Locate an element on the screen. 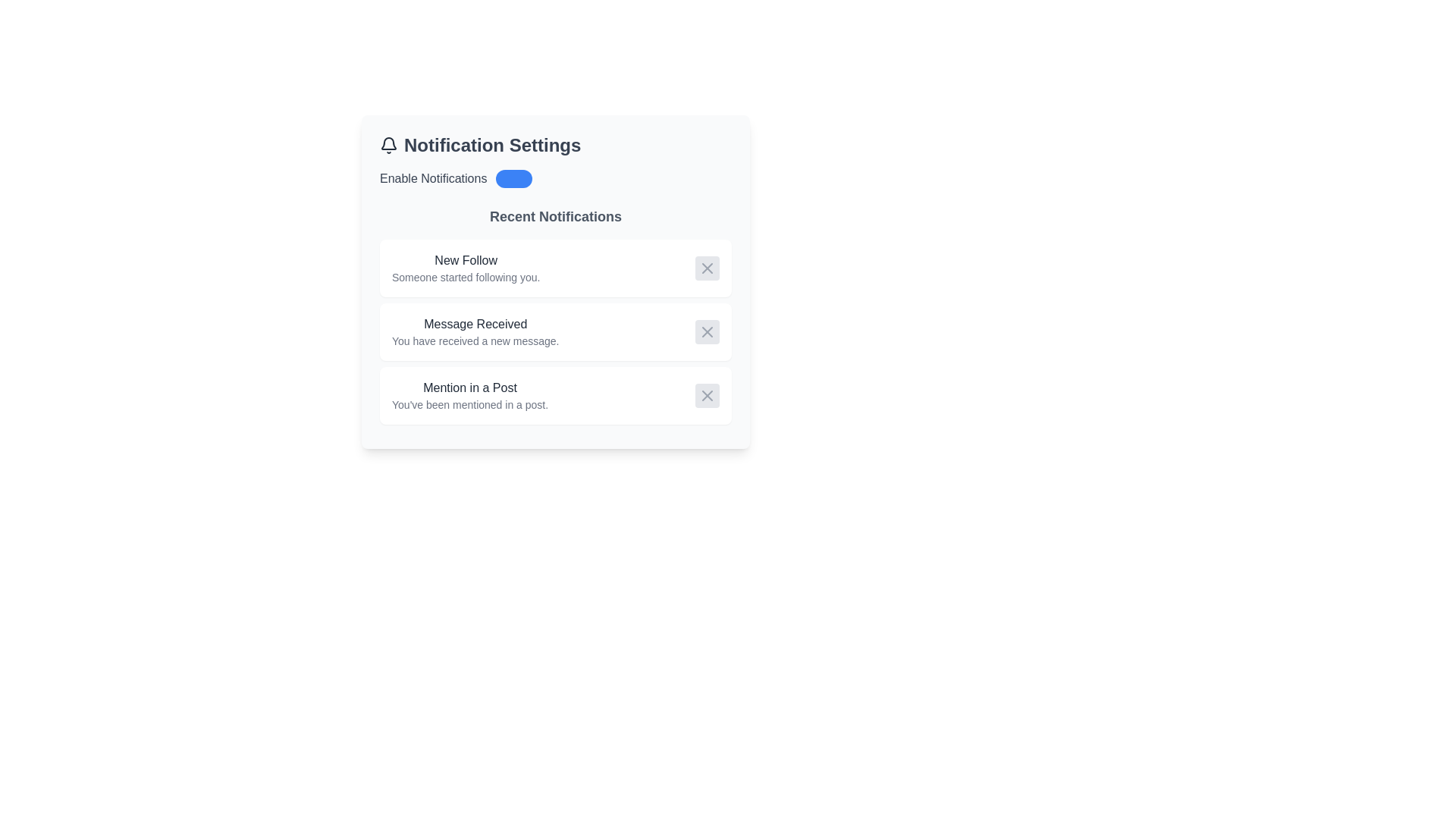 Image resolution: width=1456 pixels, height=819 pixels. the small rounded square button with an 'X' icon in the notification panel associated with 'Mention in a Post' is located at coordinates (706, 394).